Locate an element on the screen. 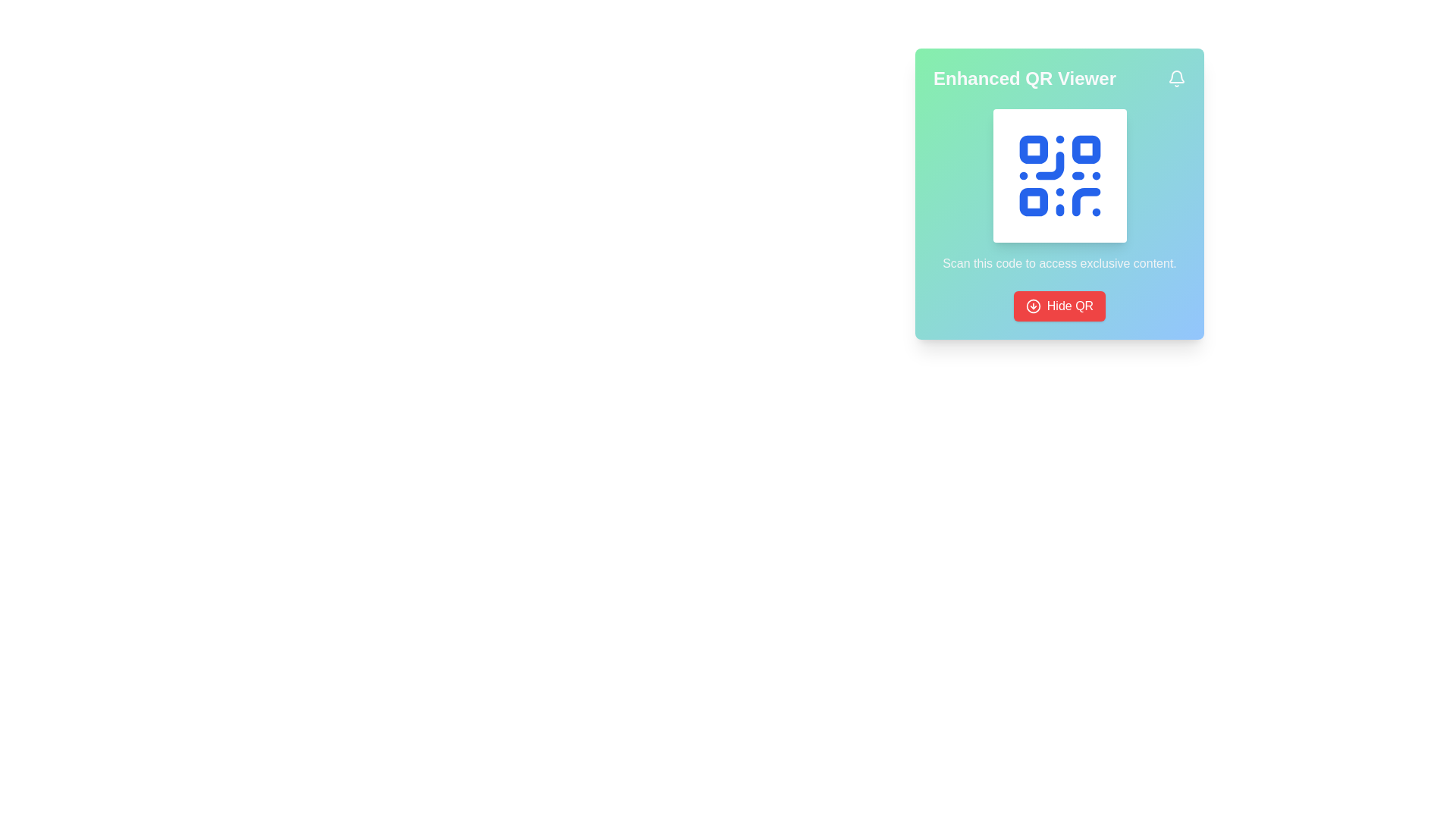 The width and height of the screenshot is (1456, 819). the blue QR code styled icon located in the upper-right segment of the interface, which is the primary visual element within the card near the 'Enhanced QR Viewer' title is located at coordinates (1059, 174).